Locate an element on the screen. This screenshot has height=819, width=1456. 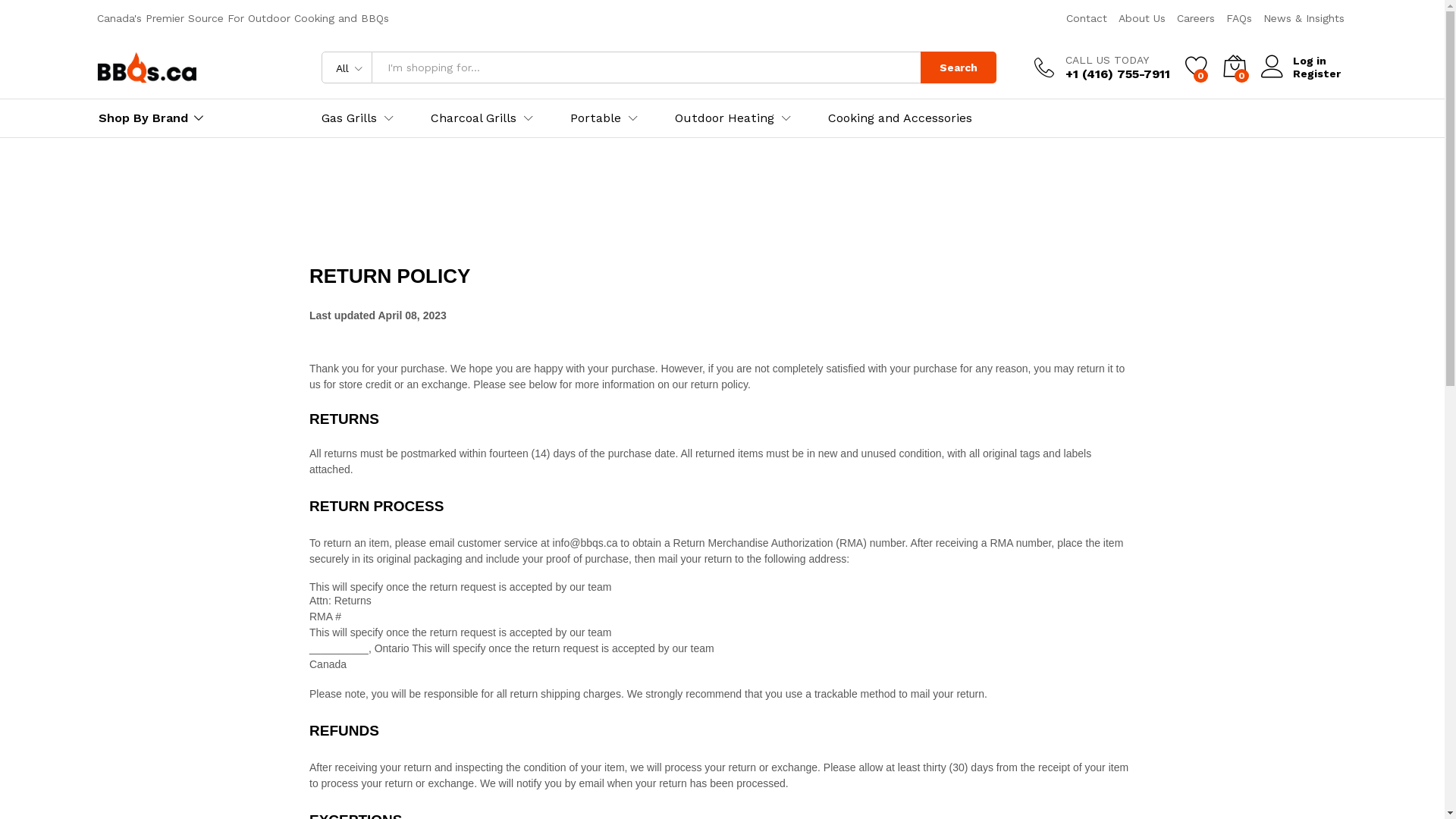
'Charcoal Grills' is located at coordinates (429, 117).